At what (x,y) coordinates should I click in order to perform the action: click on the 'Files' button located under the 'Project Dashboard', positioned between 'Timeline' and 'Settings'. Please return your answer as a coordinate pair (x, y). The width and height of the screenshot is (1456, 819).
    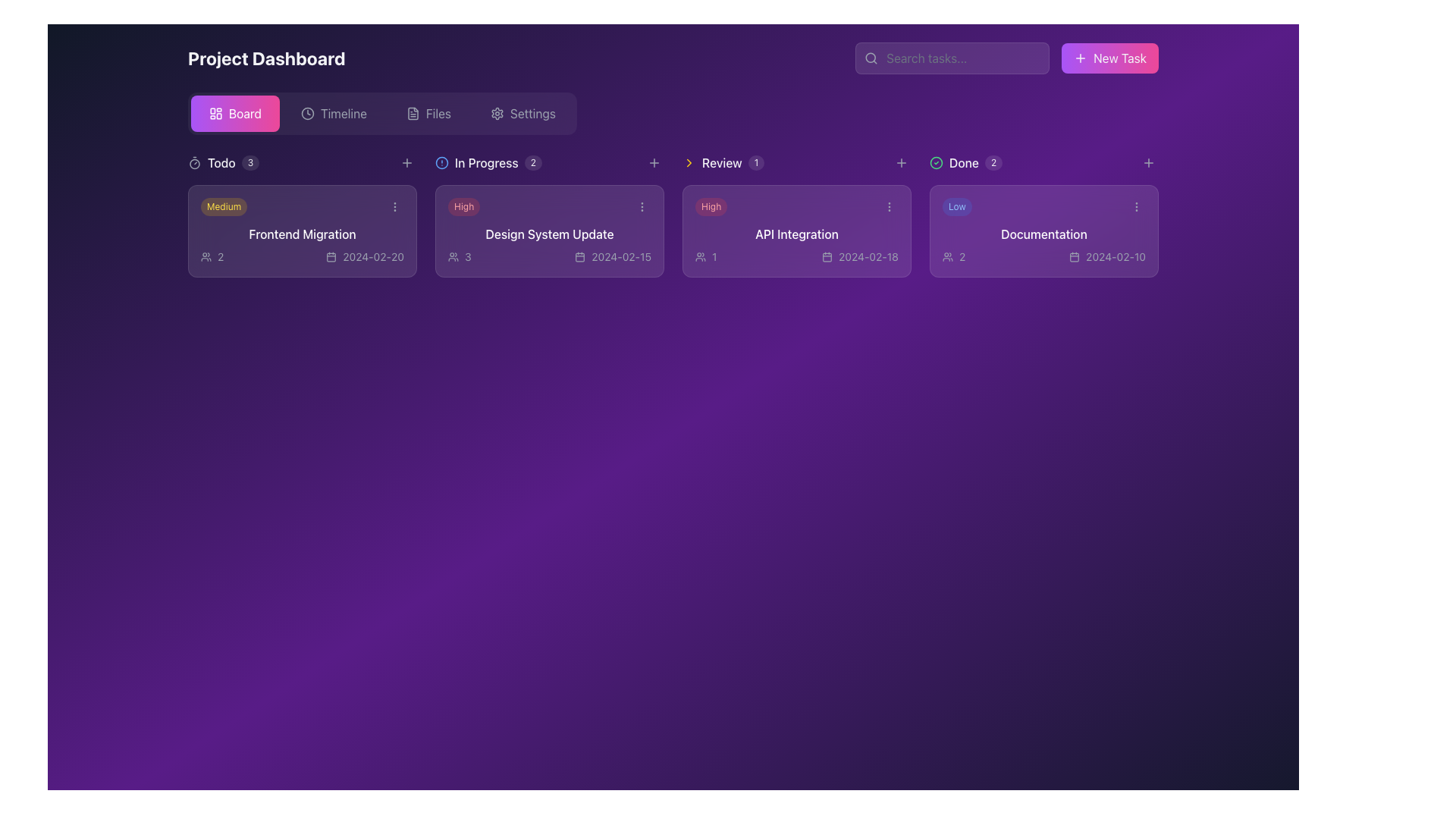
    Looking at the image, I should click on (428, 113).